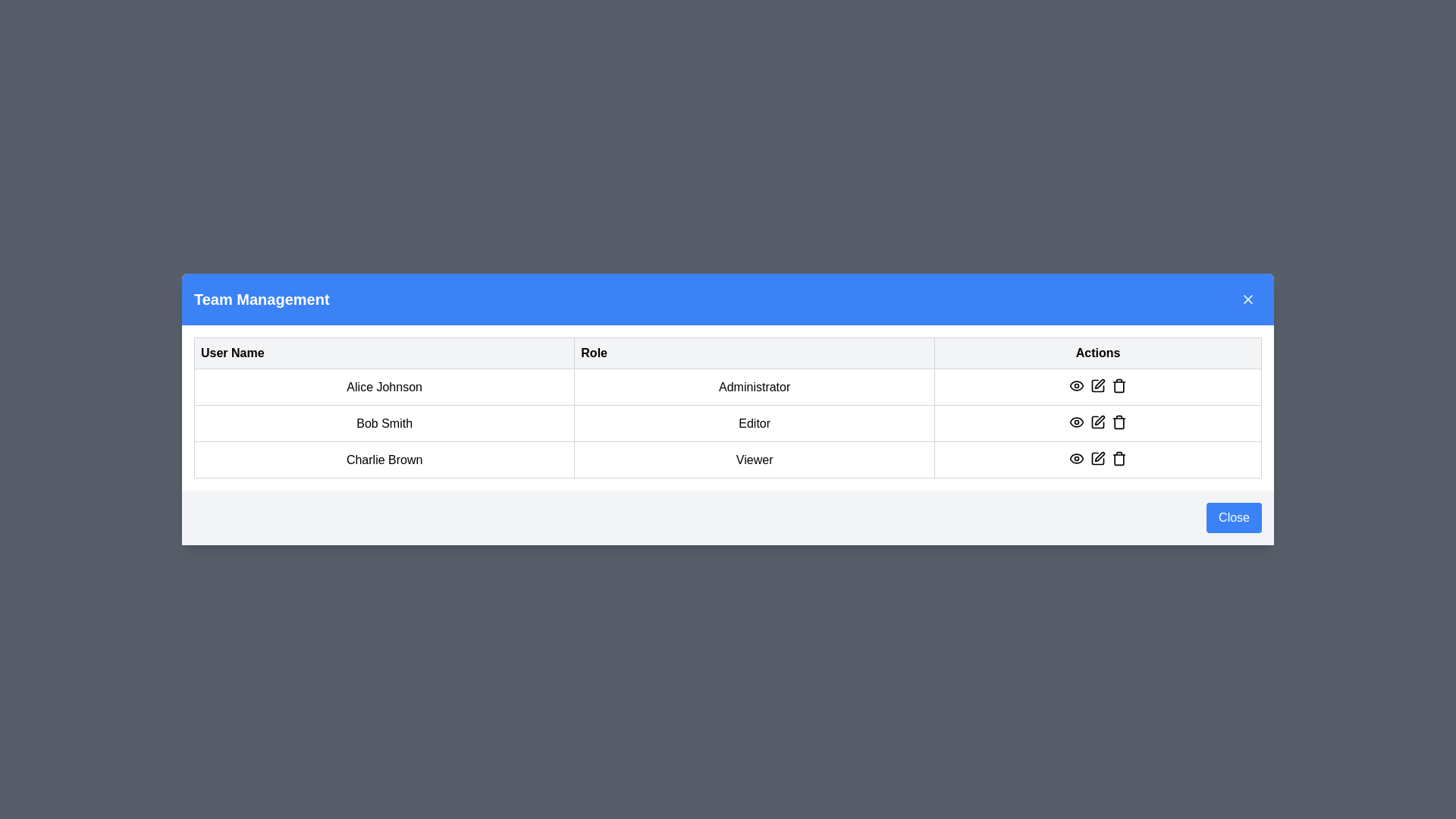 The image size is (1456, 819). Describe the element at coordinates (1076, 458) in the screenshot. I see `the eye-shaped icon button located in the bottom row of the user roles table, first action icon in the Actions column` at that location.